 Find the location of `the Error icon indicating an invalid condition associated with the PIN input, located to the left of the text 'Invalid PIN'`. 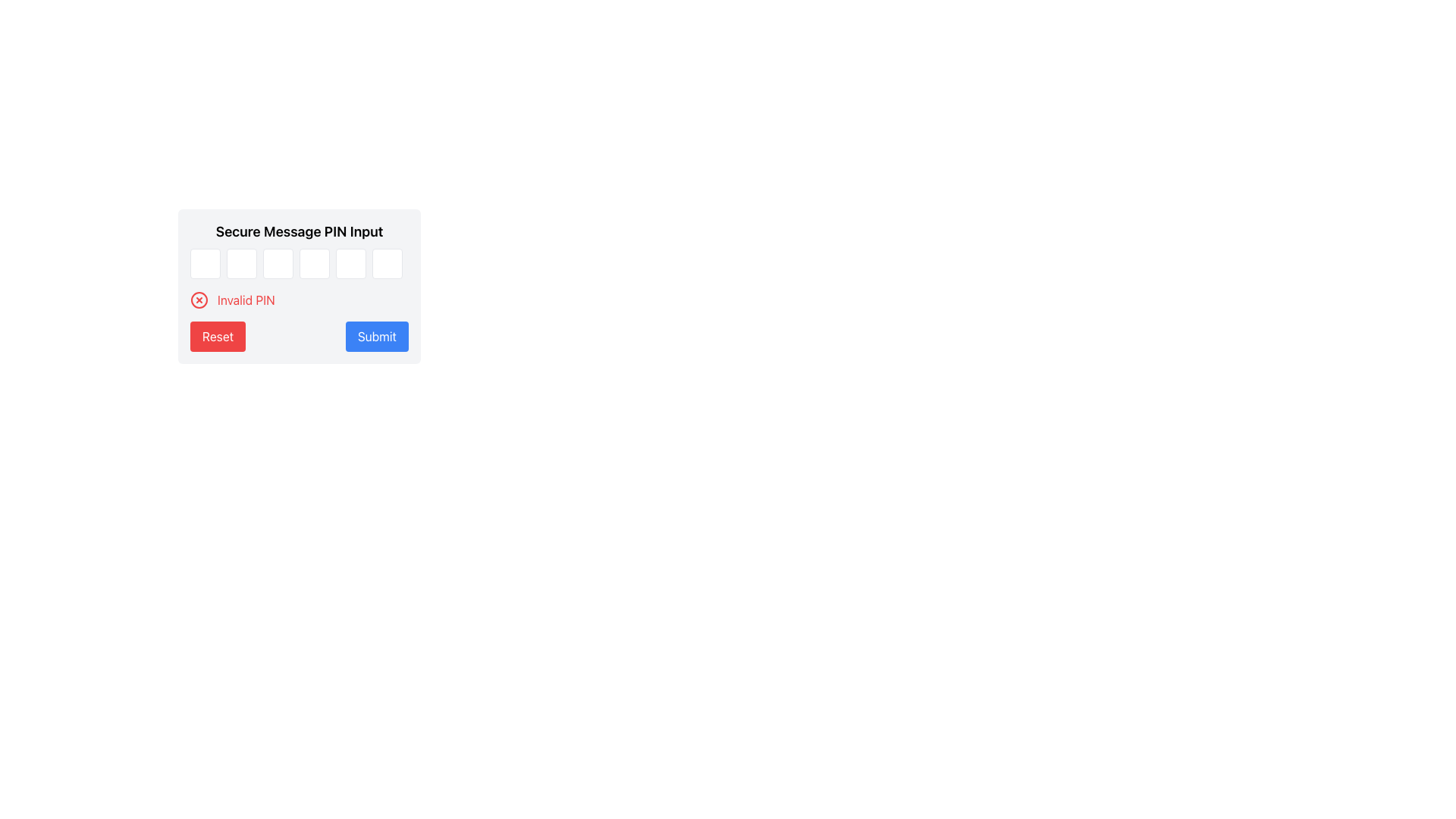

the Error icon indicating an invalid condition associated with the PIN input, located to the left of the text 'Invalid PIN' is located at coordinates (199, 300).